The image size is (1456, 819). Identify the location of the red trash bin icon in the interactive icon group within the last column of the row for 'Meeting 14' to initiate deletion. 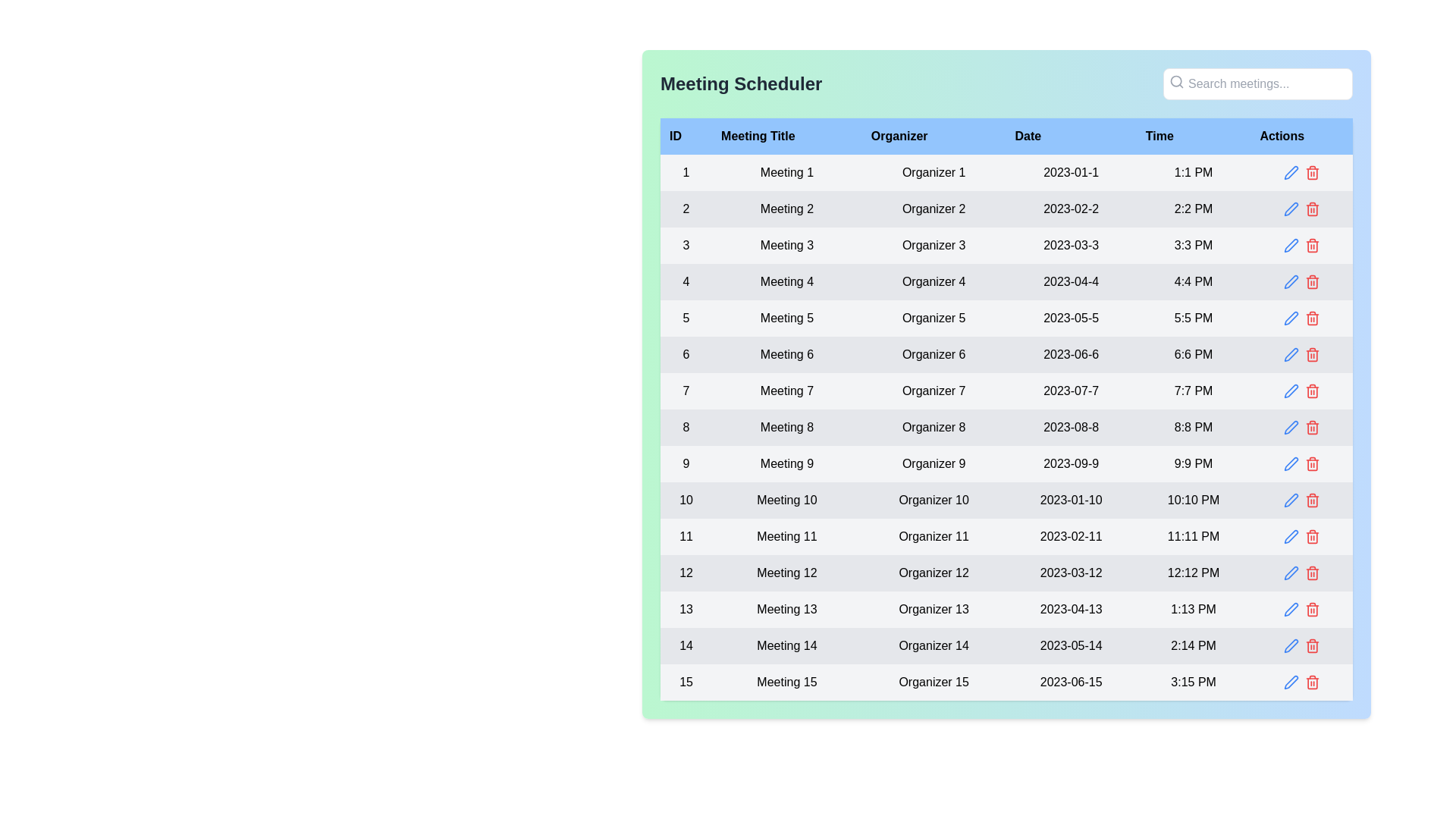
(1301, 646).